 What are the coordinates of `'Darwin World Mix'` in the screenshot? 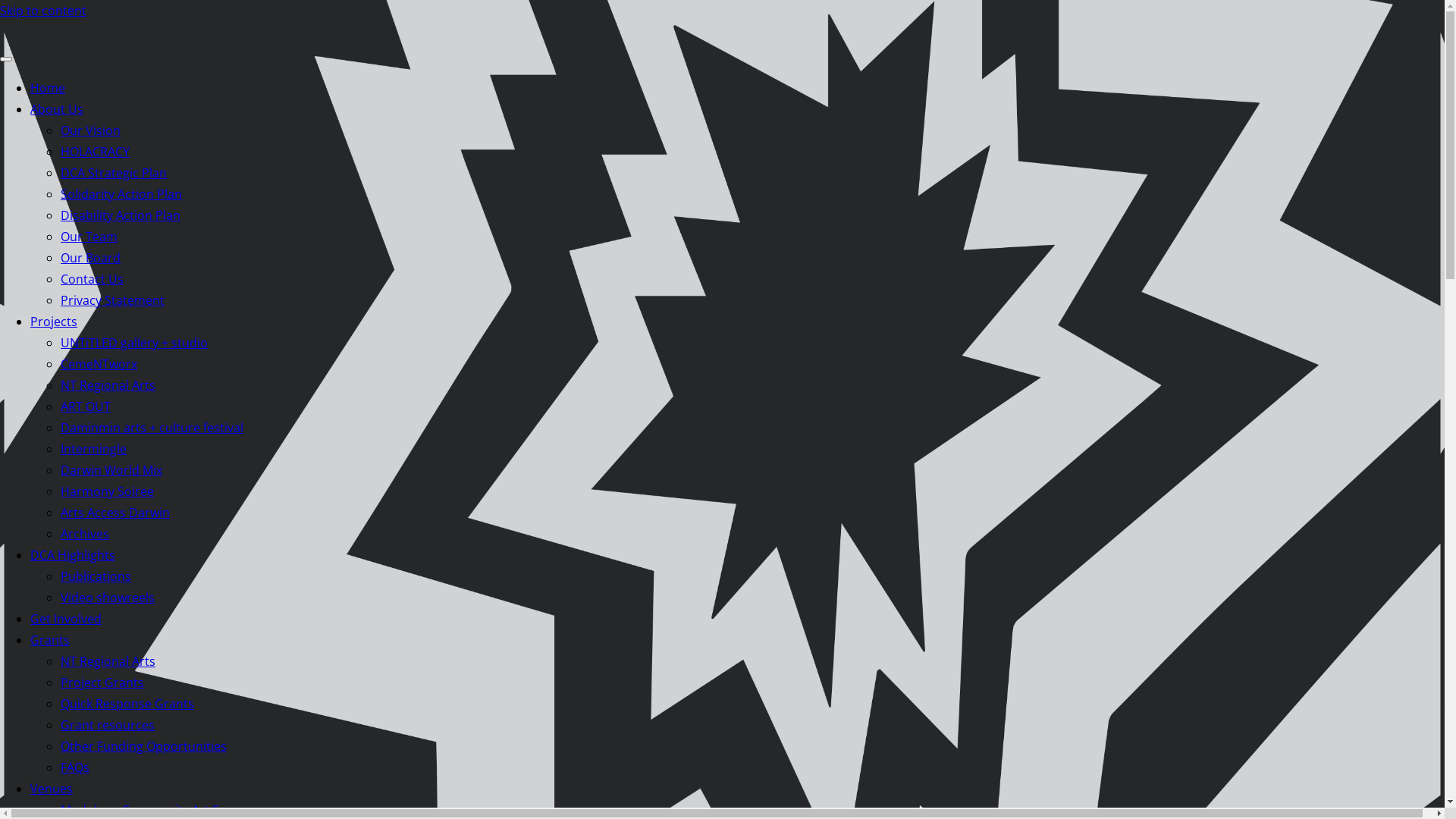 It's located at (61, 469).